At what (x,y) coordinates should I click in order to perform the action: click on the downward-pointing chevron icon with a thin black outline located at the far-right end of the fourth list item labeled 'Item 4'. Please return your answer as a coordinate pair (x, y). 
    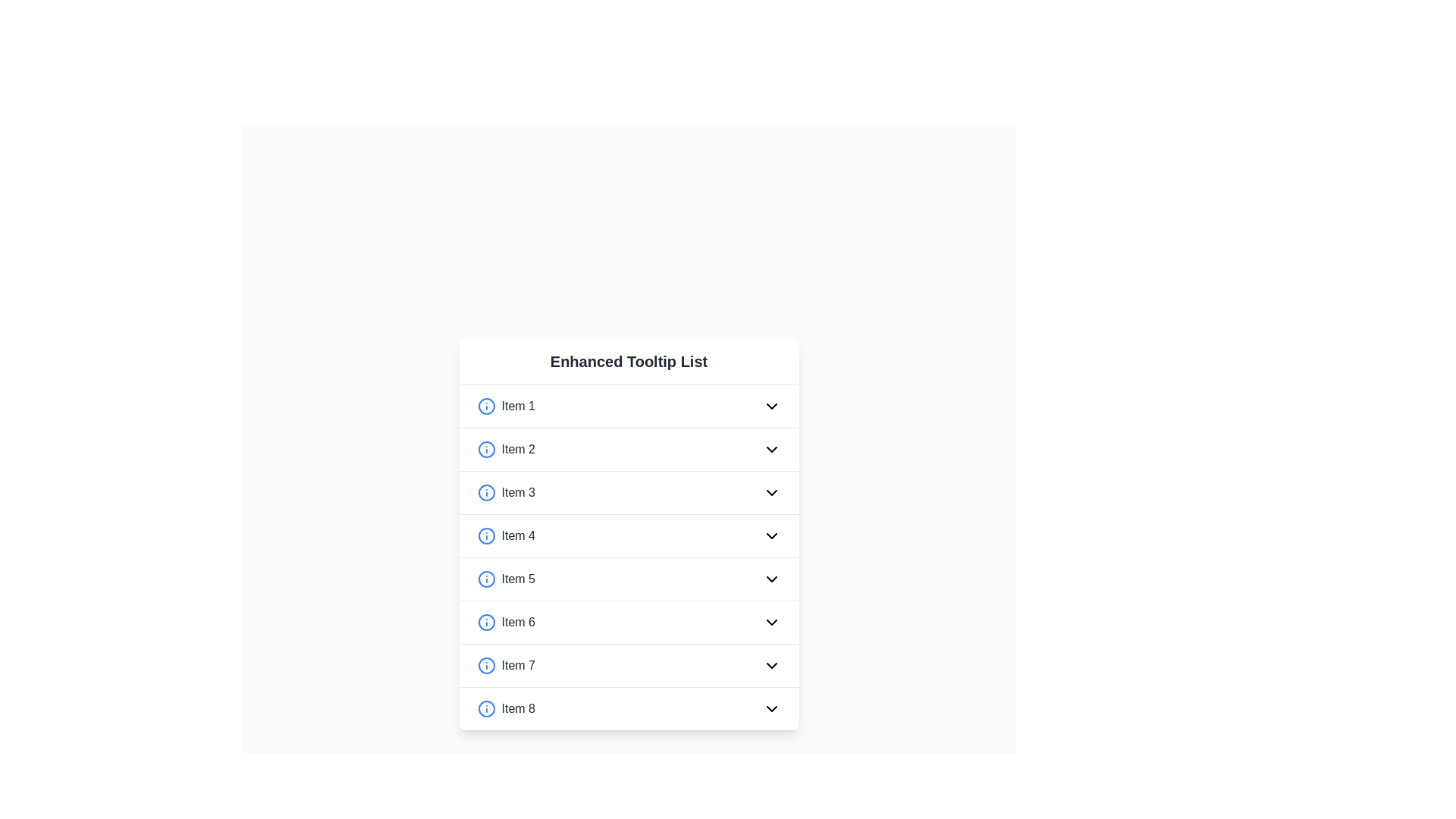
    Looking at the image, I should click on (771, 535).